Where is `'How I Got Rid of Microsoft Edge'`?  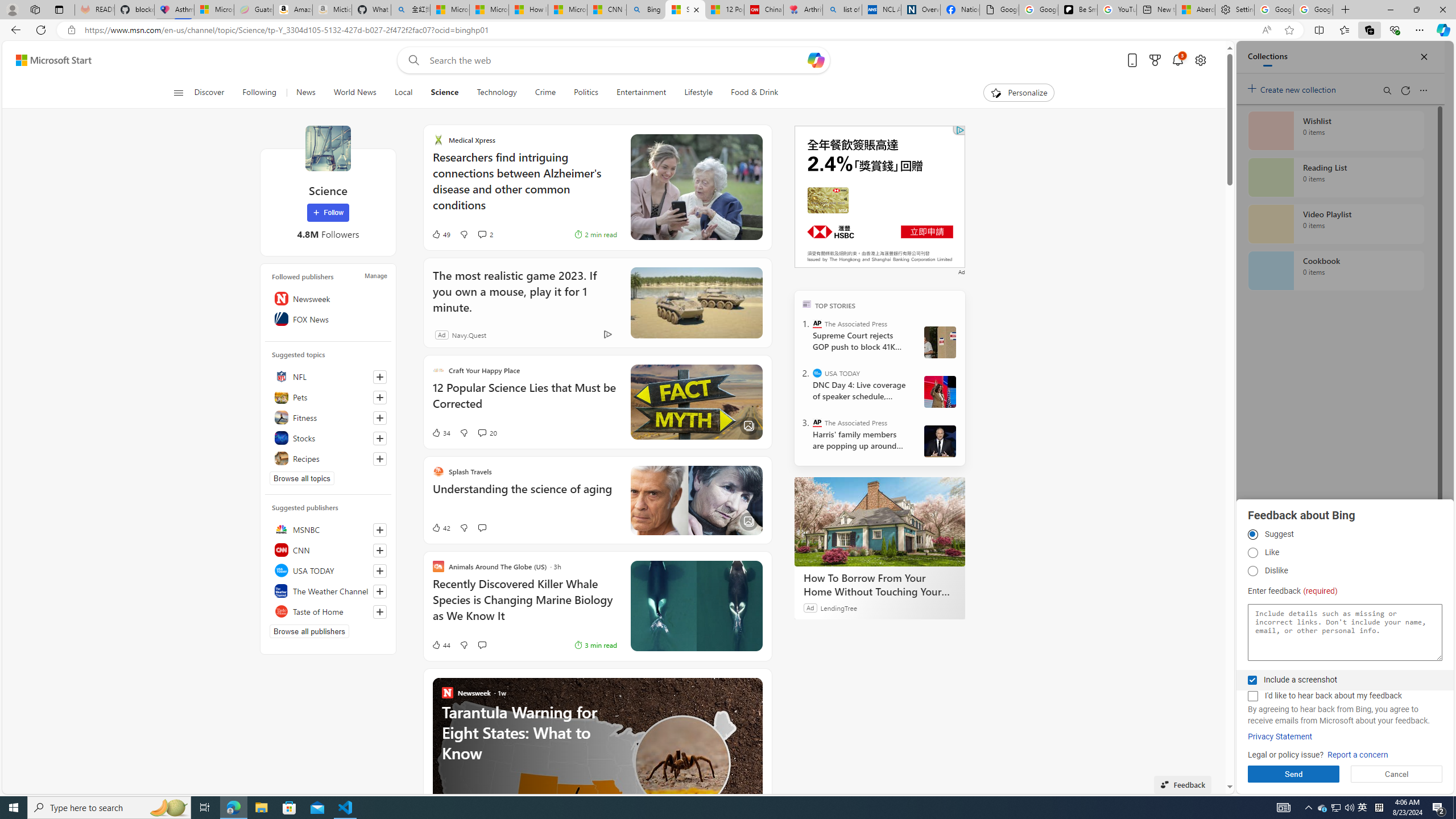
'How I Got Rid of Microsoft Edge' is located at coordinates (528, 9).